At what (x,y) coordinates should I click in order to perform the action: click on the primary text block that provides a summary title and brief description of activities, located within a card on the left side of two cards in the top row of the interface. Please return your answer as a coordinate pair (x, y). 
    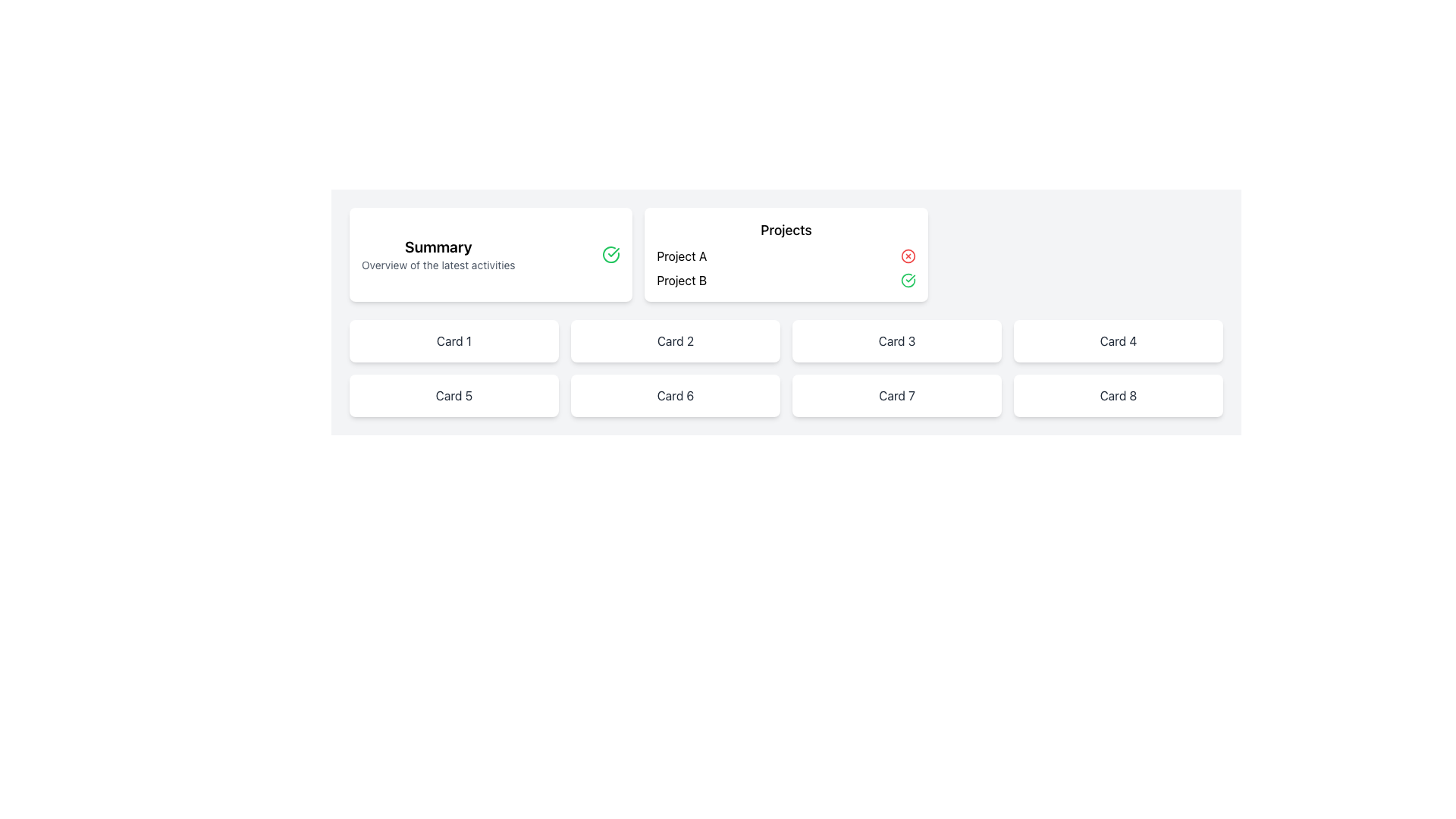
    Looking at the image, I should click on (438, 253).